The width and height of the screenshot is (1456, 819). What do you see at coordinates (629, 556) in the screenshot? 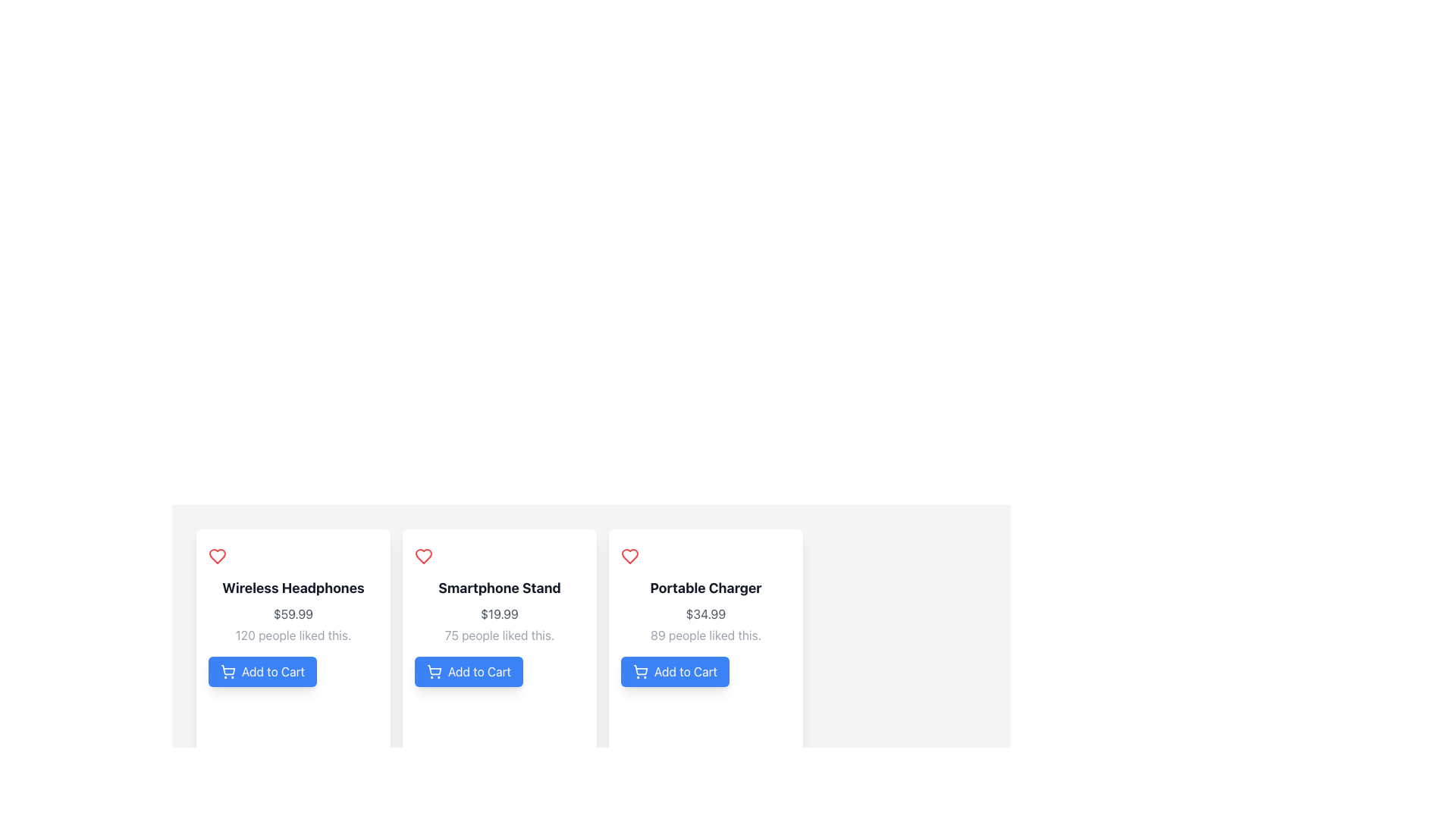
I see `the favorite or like button located at the top-left corner of the card for the 'Portable Charger' product, which is the third card in a horizontally arranged grid of product cards` at bounding box center [629, 556].